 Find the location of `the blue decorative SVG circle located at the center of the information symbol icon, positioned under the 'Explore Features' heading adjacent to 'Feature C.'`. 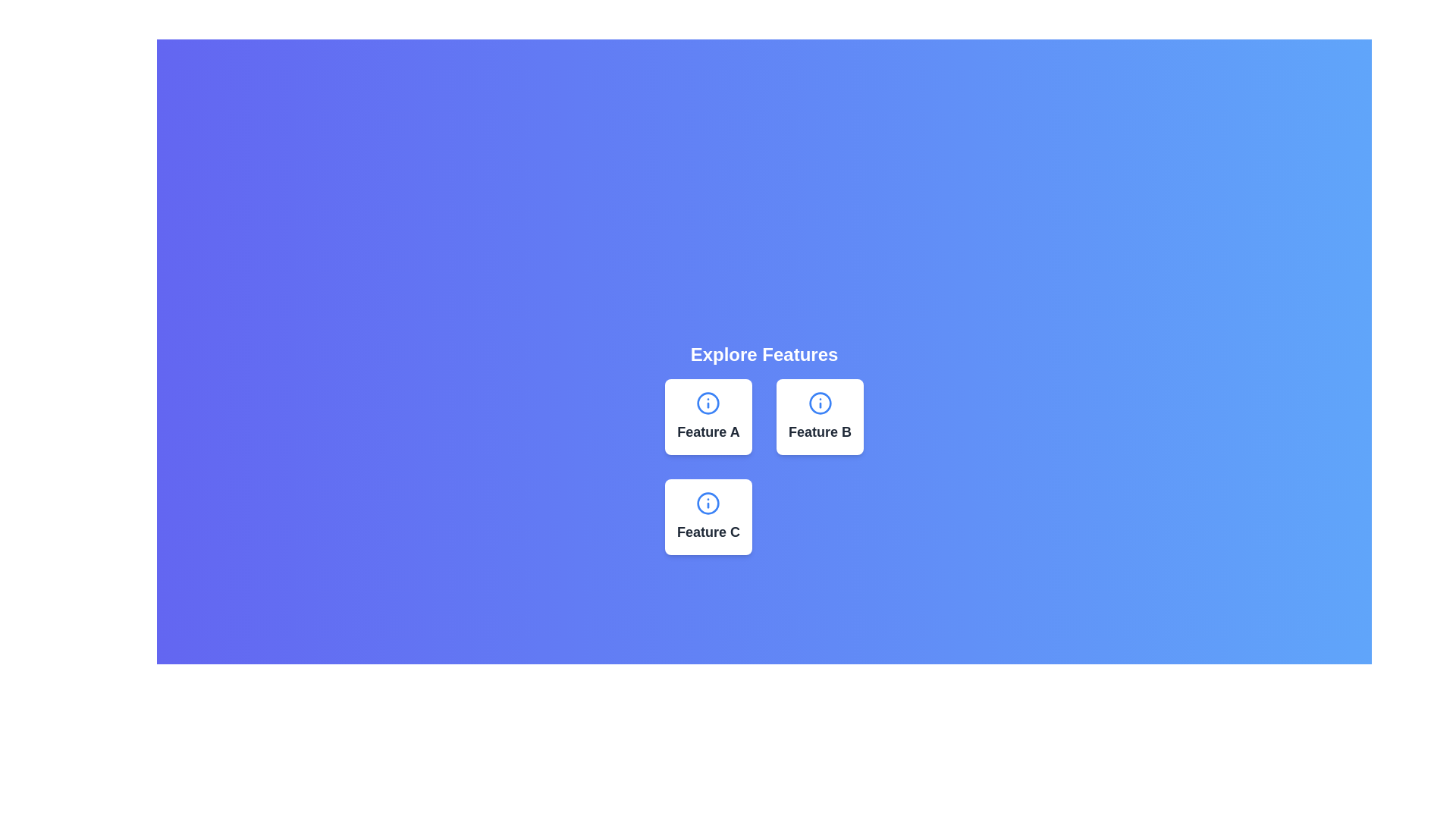

the blue decorative SVG circle located at the center of the information symbol icon, positioned under the 'Explore Features' heading adjacent to 'Feature C.' is located at coordinates (708, 503).